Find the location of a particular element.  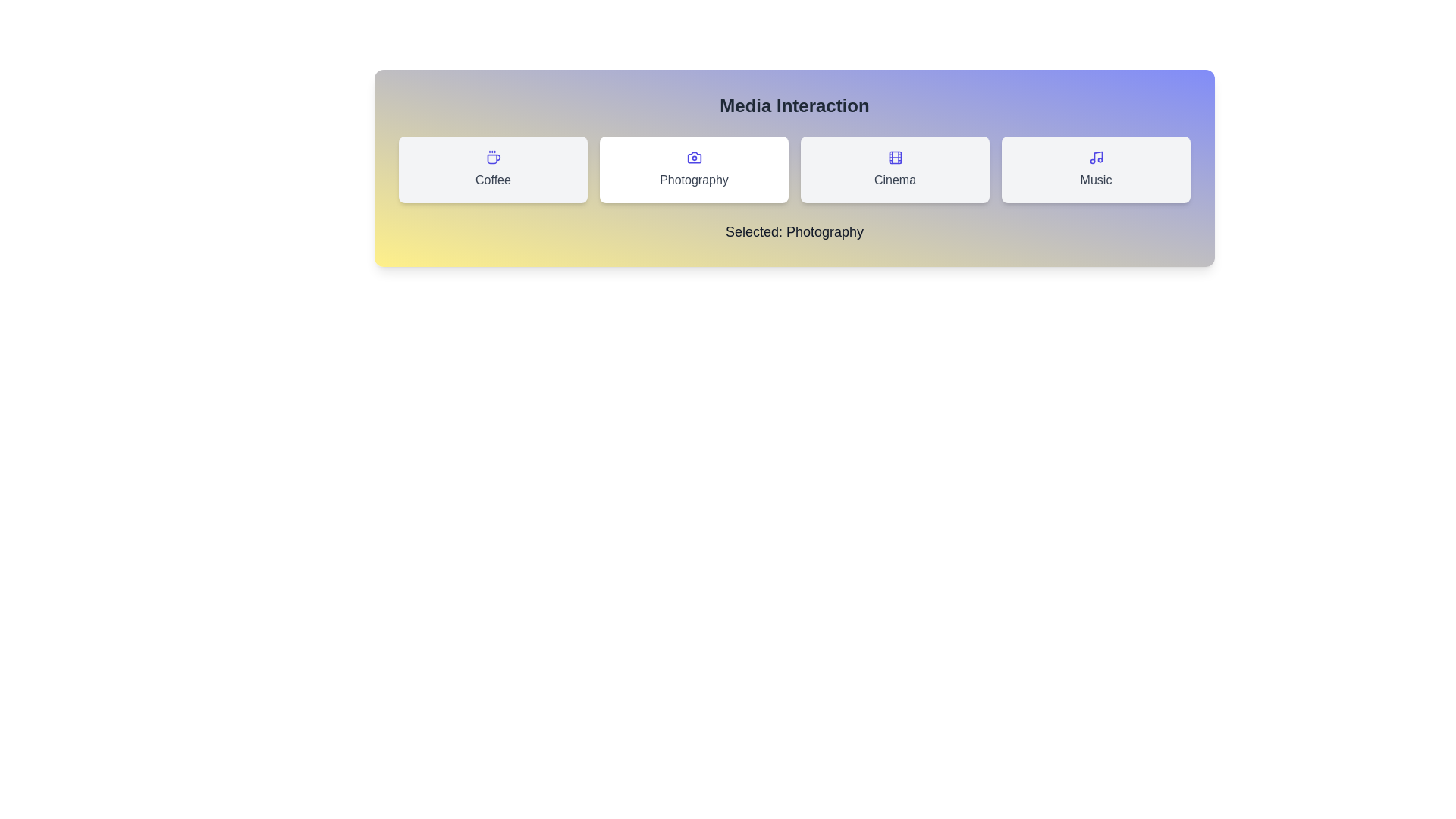

the small indigo music note icon located at the top-center of the 'Music' card, which is the fourth card from the left in a horizontal array is located at coordinates (1096, 158).